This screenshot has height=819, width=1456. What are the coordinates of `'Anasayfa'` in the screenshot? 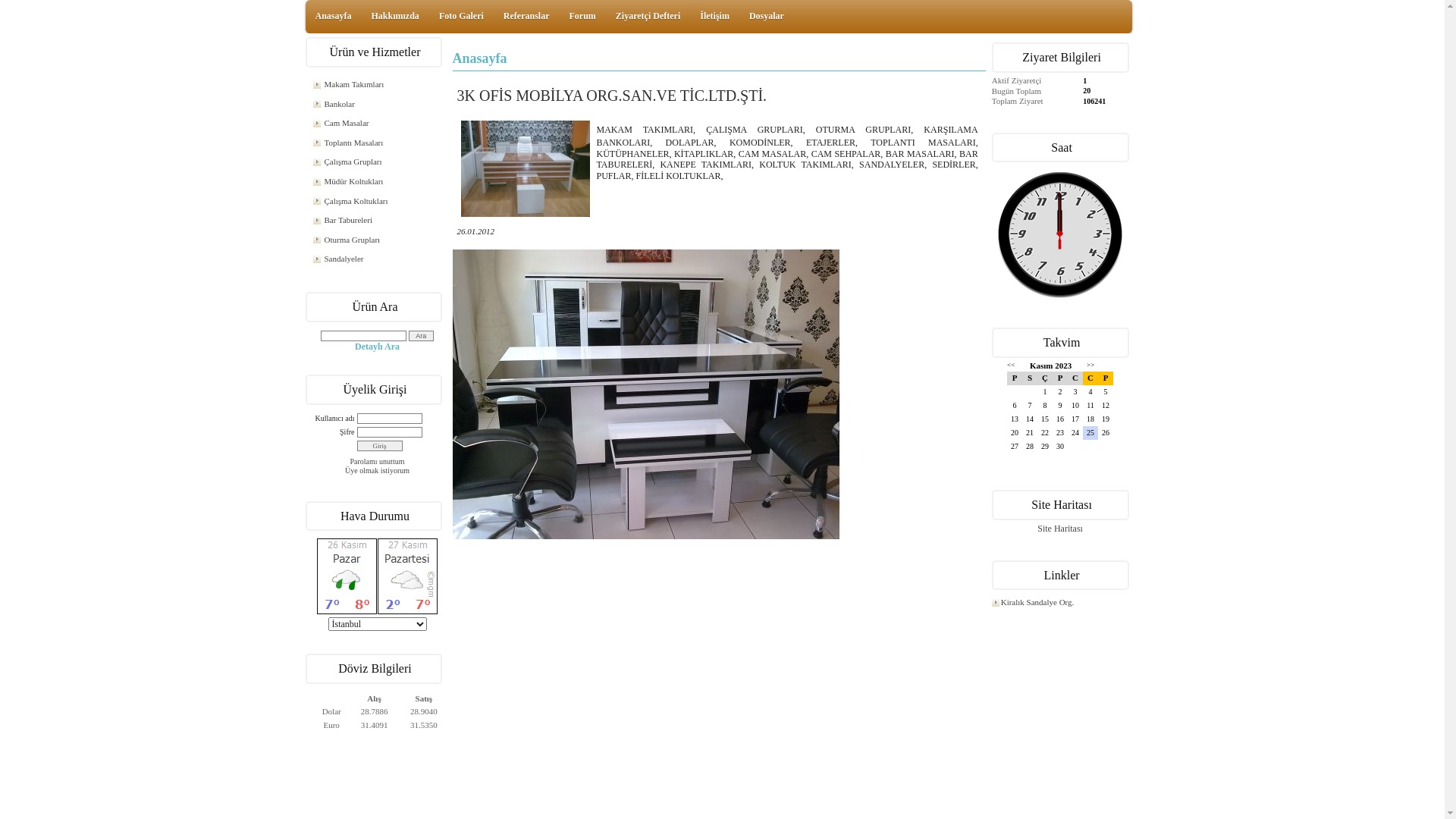 It's located at (333, 15).